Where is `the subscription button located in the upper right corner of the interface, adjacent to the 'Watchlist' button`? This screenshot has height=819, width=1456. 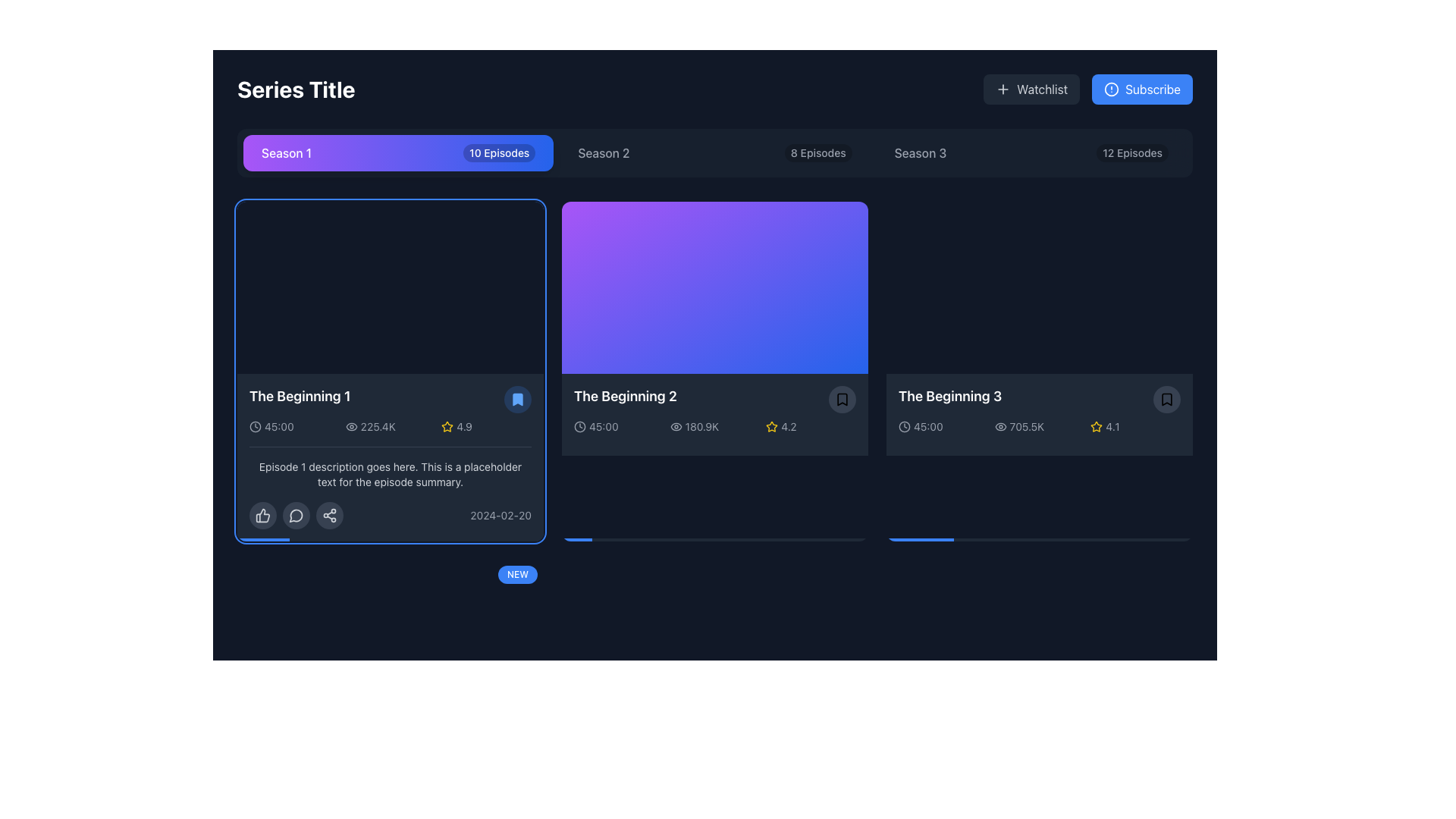
the subscription button located in the upper right corner of the interface, adjacent to the 'Watchlist' button is located at coordinates (1142, 89).